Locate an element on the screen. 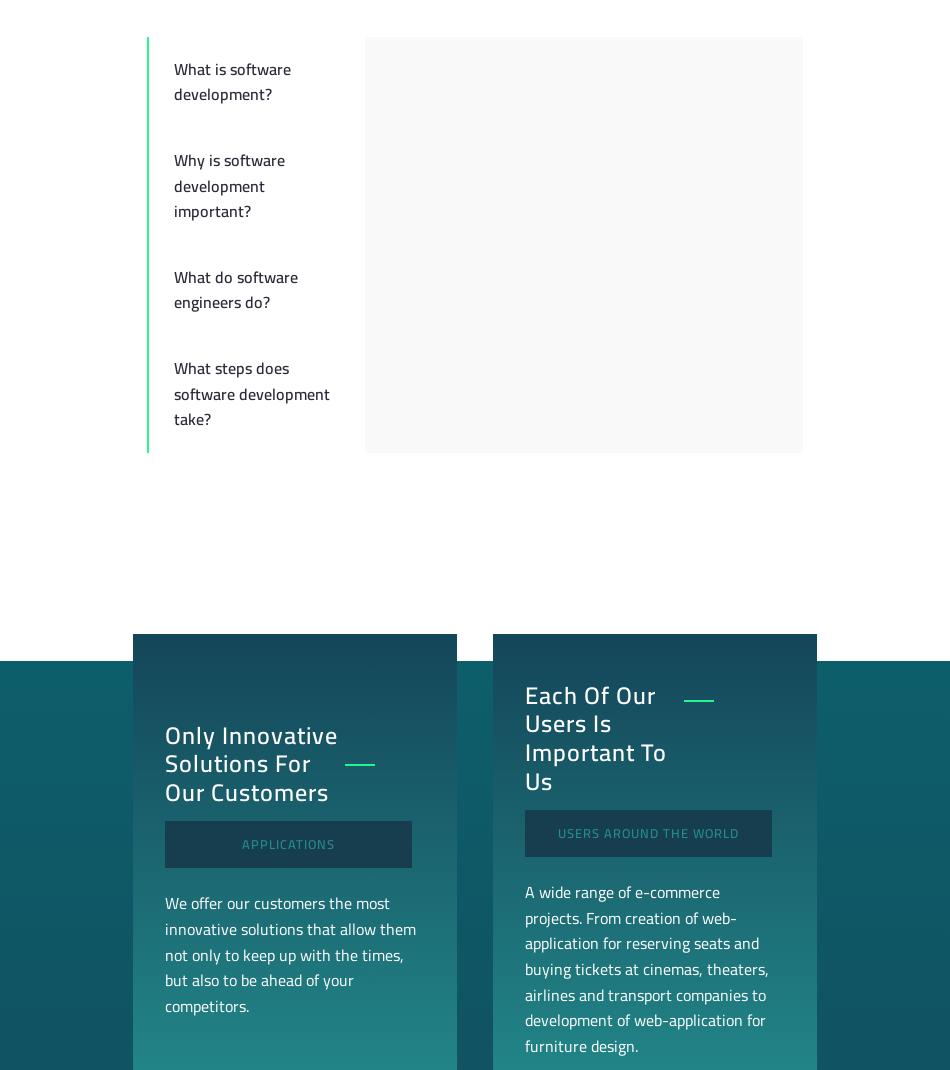 The image size is (950, 1070). 'Applications' is located at coordinates (287, 843).